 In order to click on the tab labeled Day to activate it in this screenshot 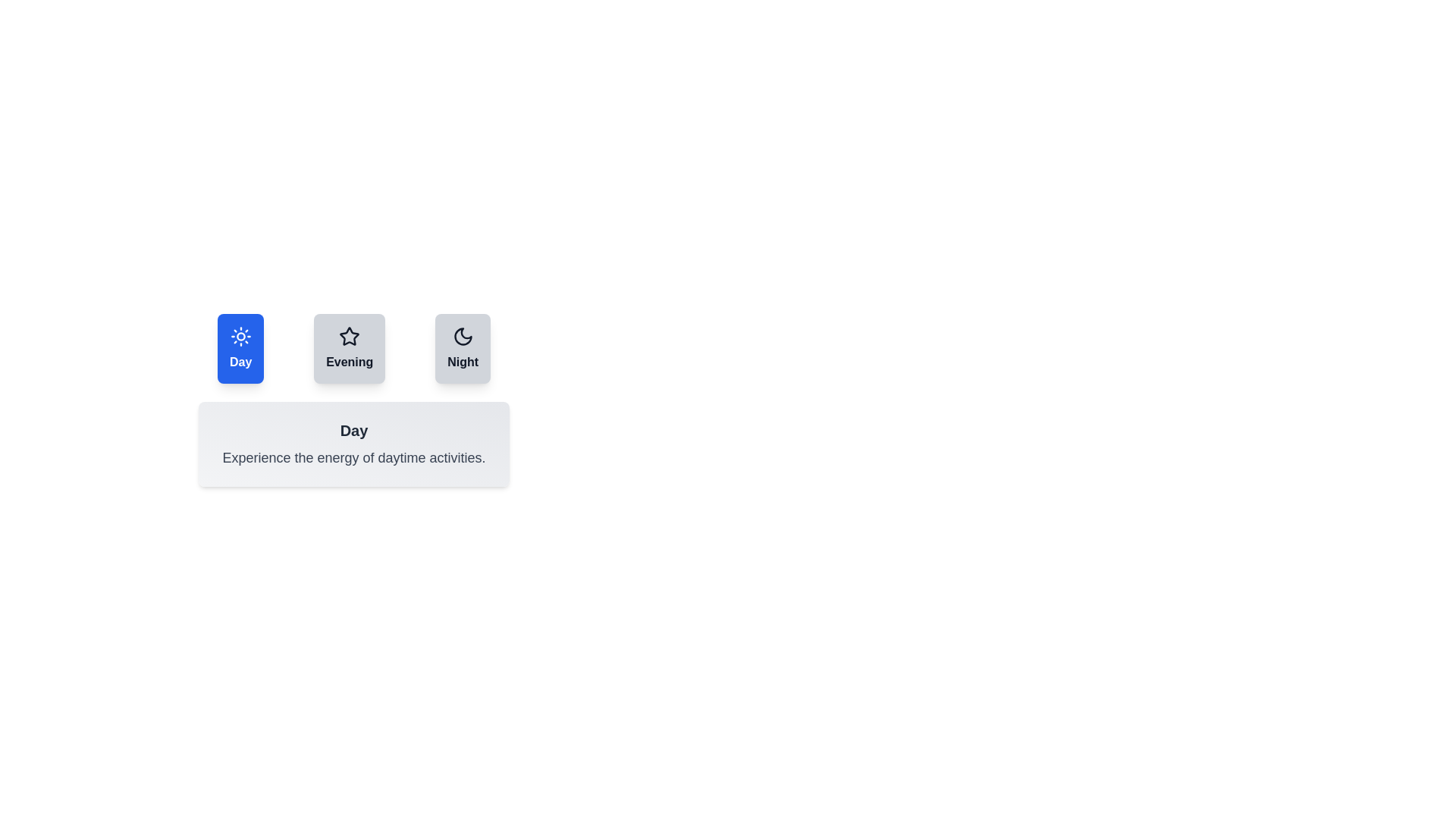, I will do `click(240, 348)`.